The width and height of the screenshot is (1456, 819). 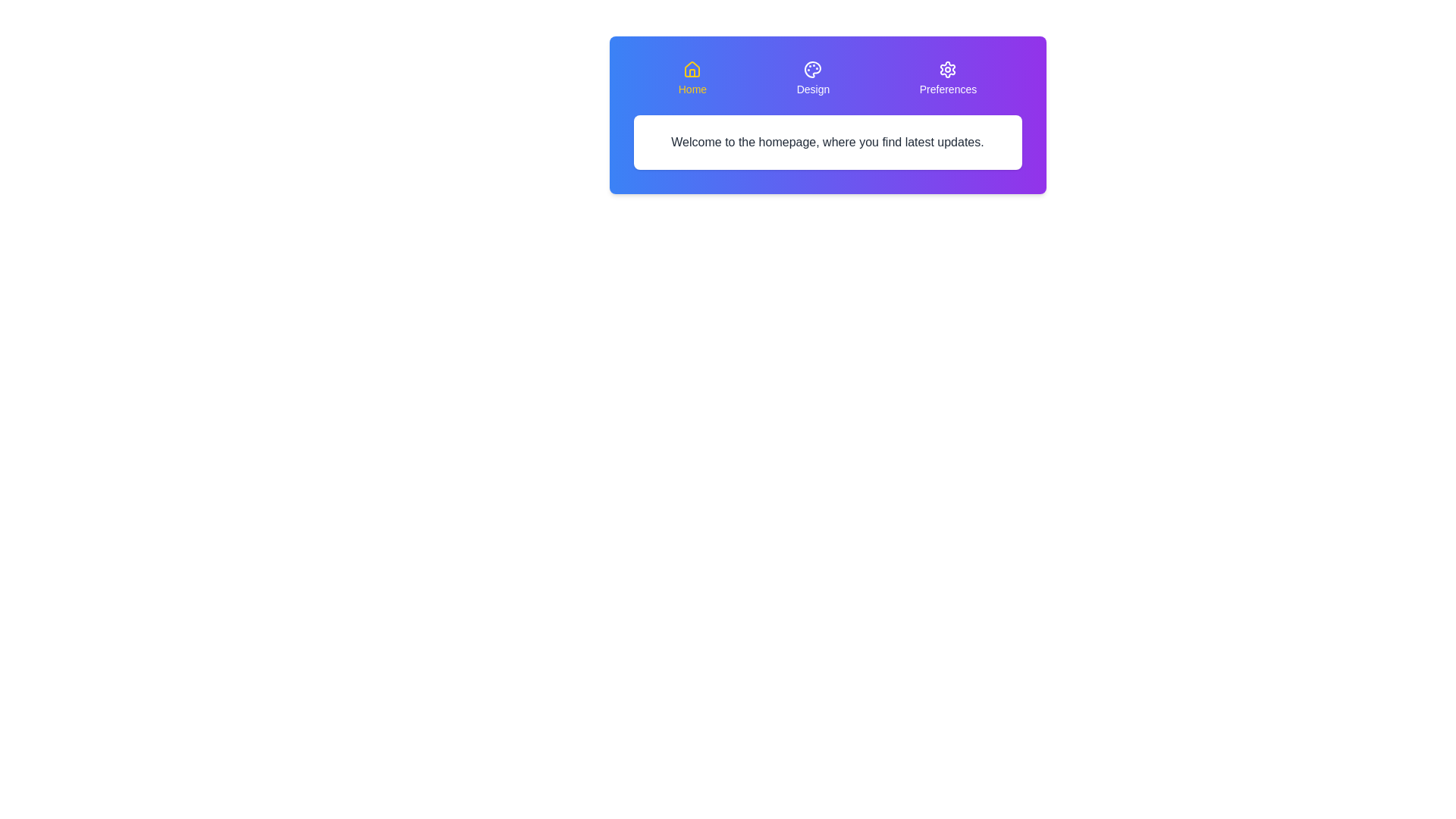 What do you see at coordinates (692, 79) in the screenshot?
I see `the tab labeled Home to observe its hover effect` at bounding box center [692, 79].